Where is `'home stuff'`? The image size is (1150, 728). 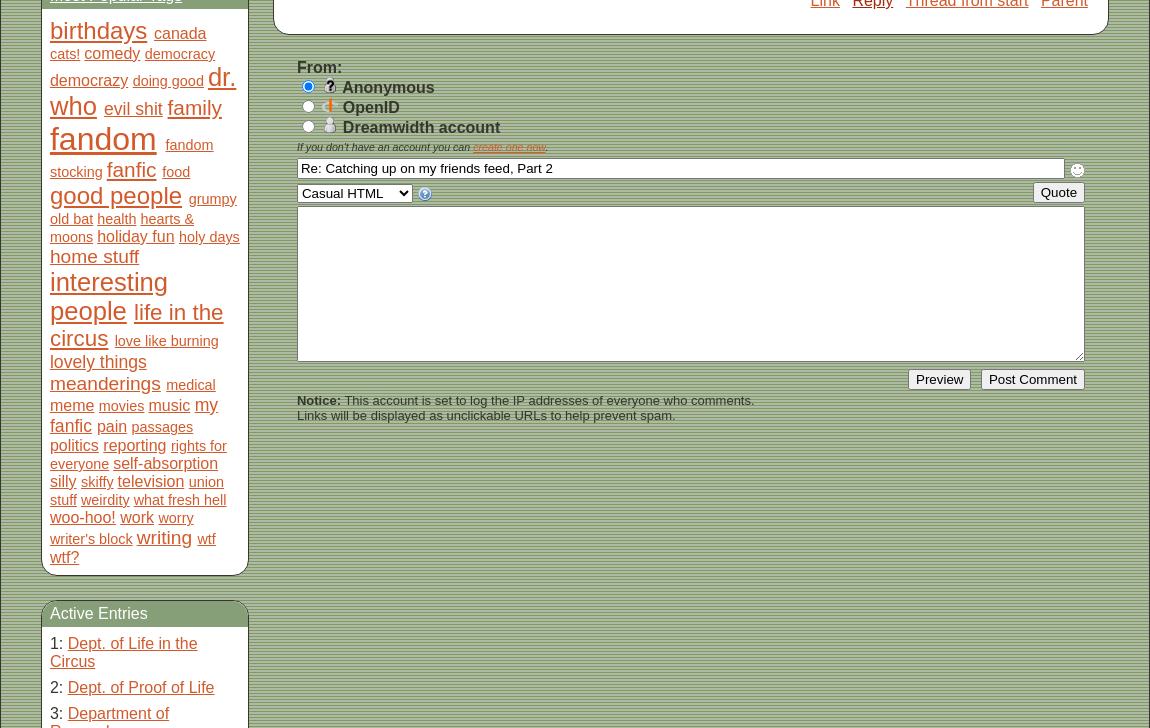
'home stuff' is located at coordinates (92, 256).